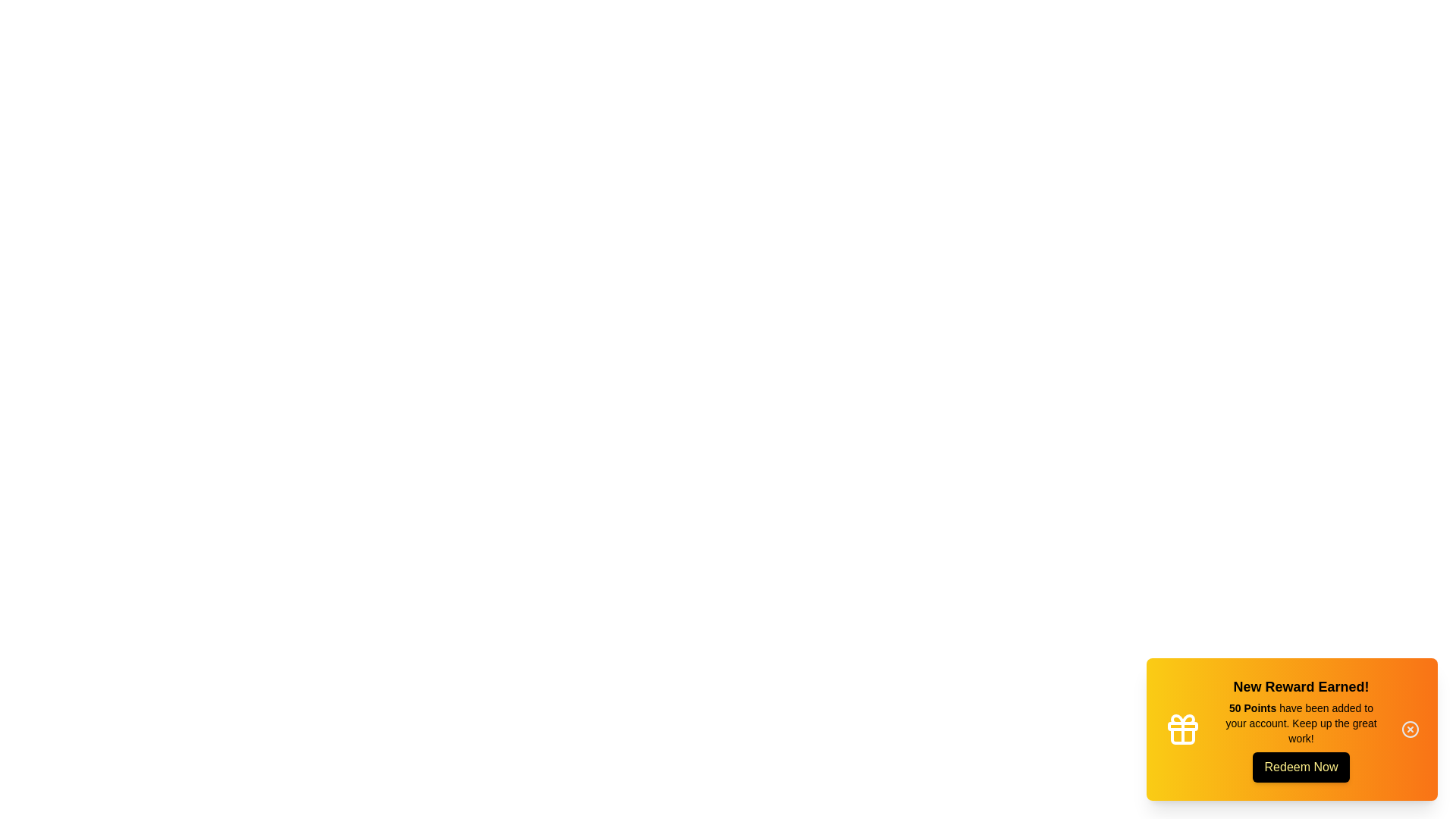 This screenshot has height=819, width=1456. What do you see at coordinates (1410, 728) in the screenshot?
I see `the close button to dismiss the snackbar` at bounding box center [1410, 728].